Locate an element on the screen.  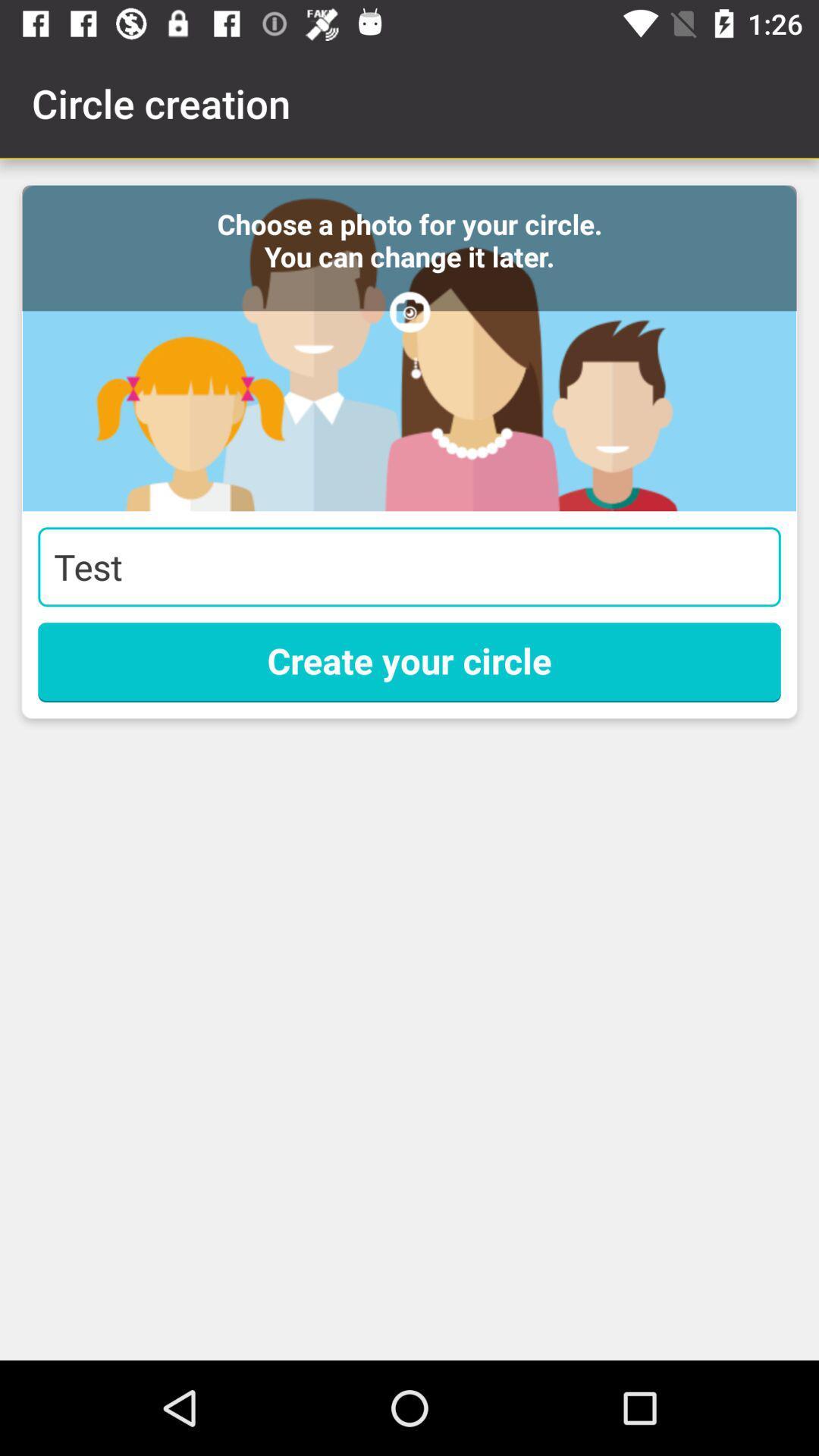
choosing a photo for your circle is located at coordinates (409, 347).